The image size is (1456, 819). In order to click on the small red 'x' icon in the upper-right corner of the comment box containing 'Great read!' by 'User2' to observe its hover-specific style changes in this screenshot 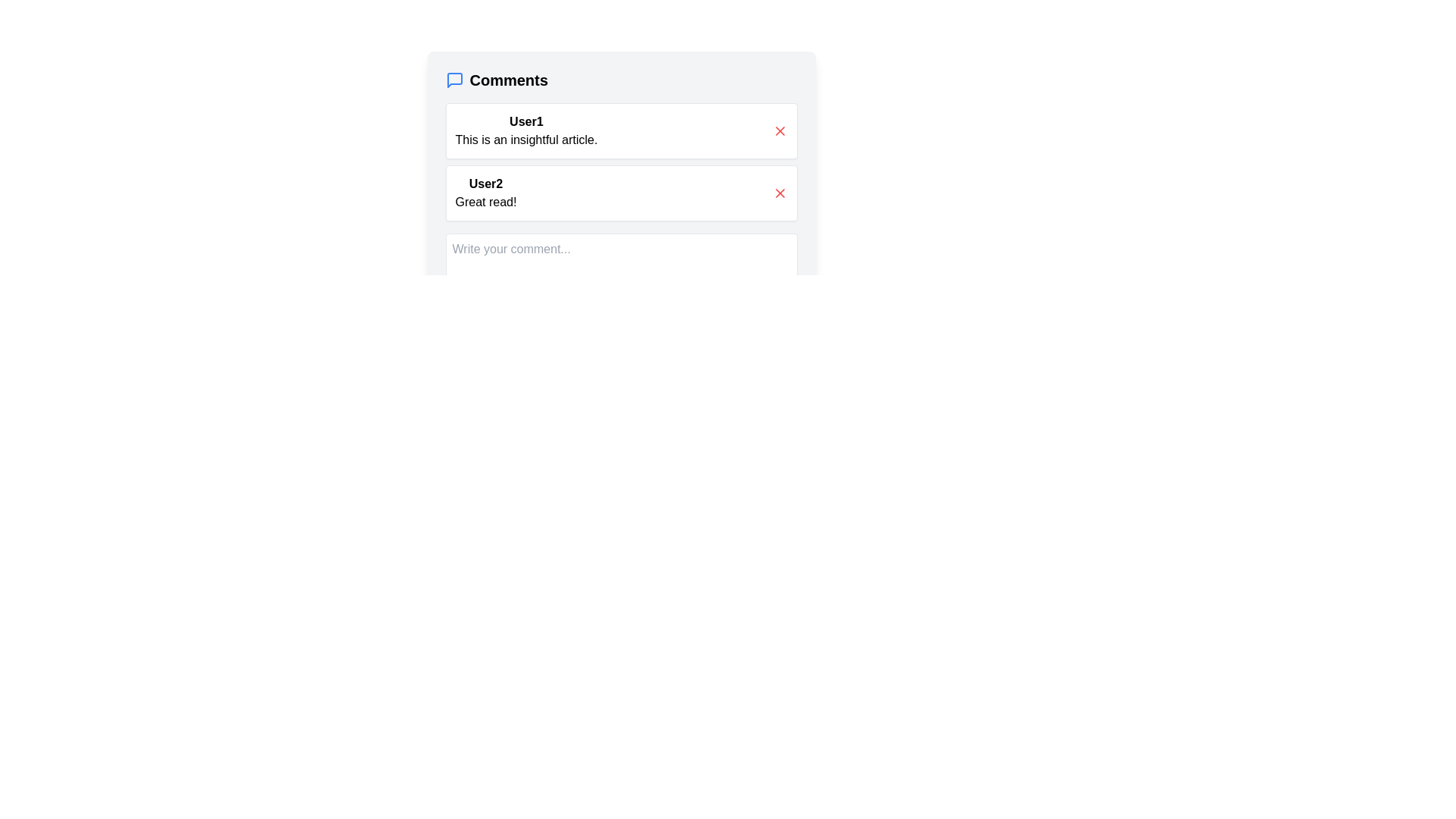, I will do `click(780, 192)`.